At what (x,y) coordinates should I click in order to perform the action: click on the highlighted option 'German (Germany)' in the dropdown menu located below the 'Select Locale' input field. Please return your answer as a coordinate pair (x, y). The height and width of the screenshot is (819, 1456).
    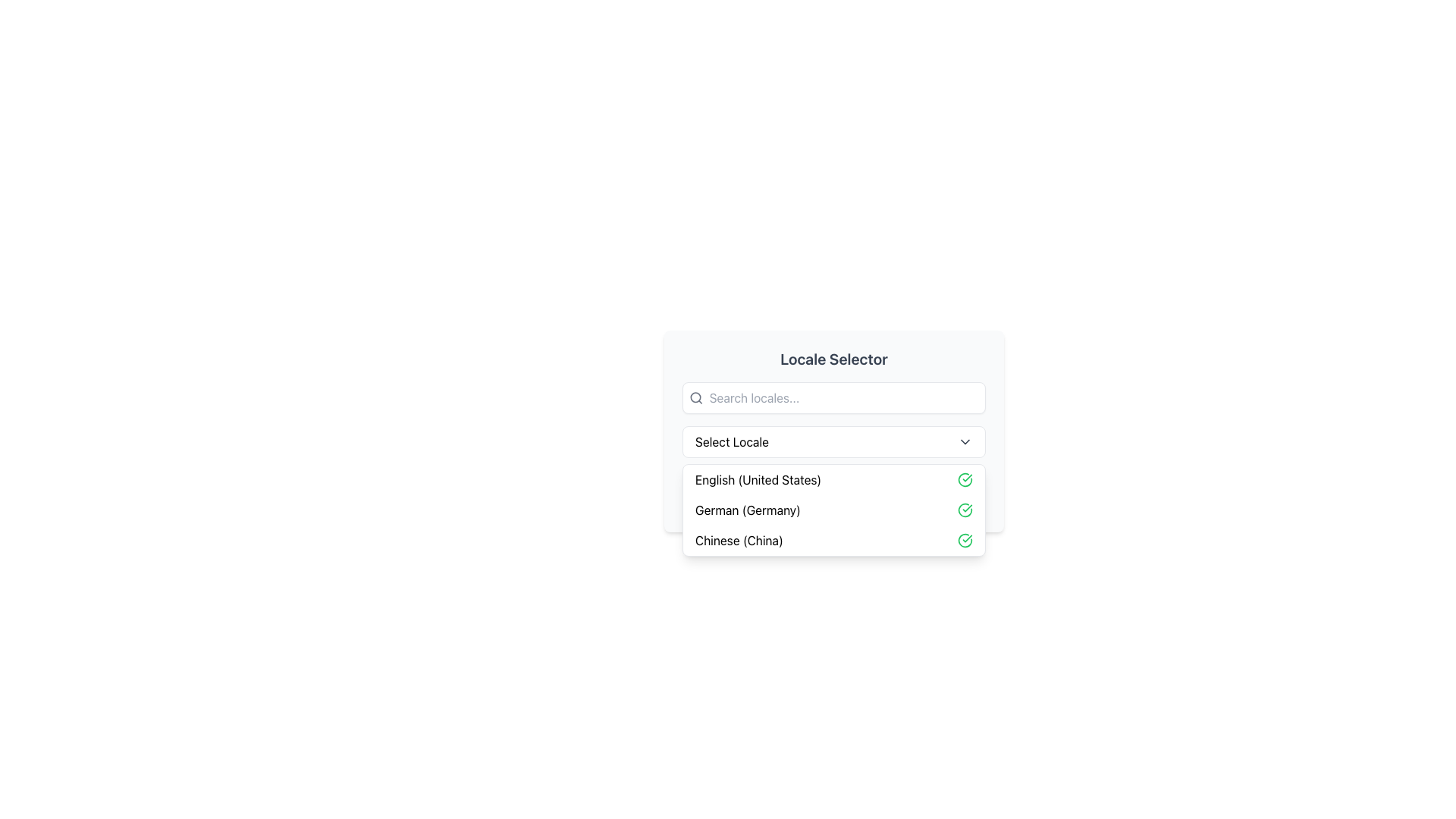
    Looking at the image, I should click on (833, 510).